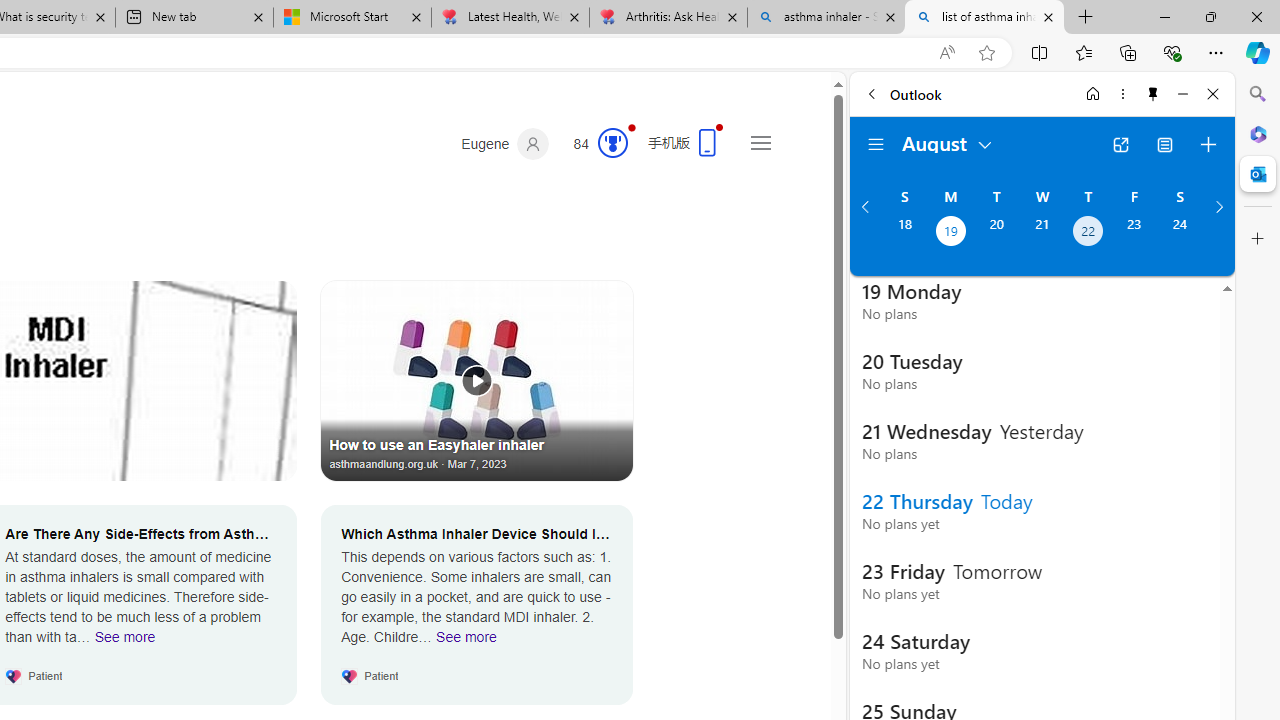 The height and width of the screenshot is (720, 1280). I want to click on 'Microsoft Rewards 84', so click(593, 143).